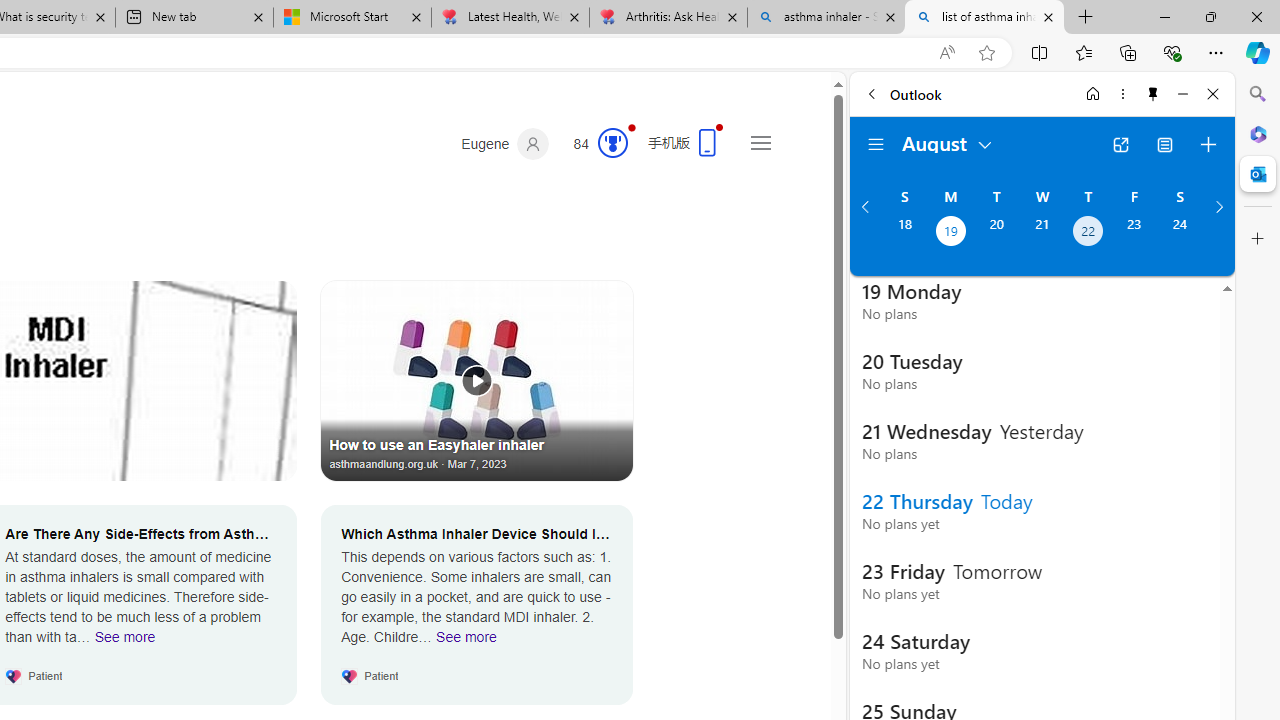 The height and width of the screenshot is (720, 1280). I want to click on 'Microsoft Rewards 84', so click(593, 143).